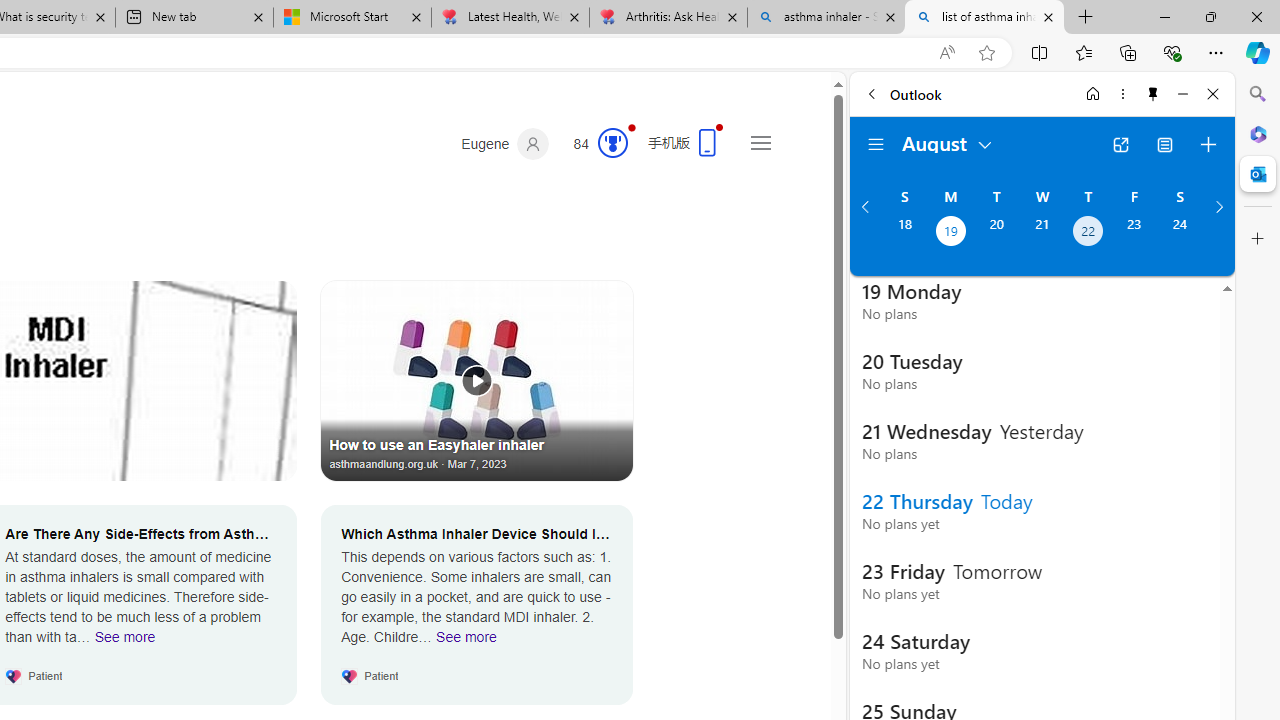 The height and width of the screenshot is (720, 1280). I want to click on 'Microsoft Rewards 84', so click(593, 143).